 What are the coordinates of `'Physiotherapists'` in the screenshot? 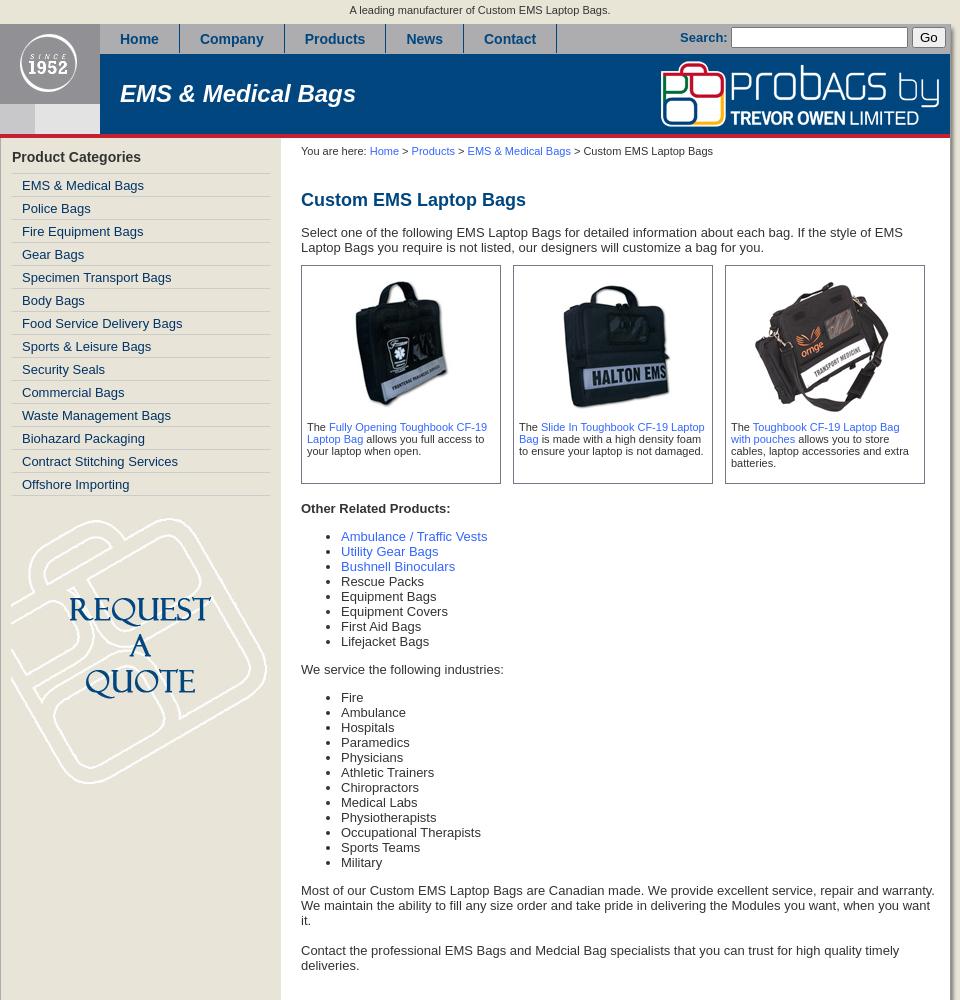 It's located at (387, 816).